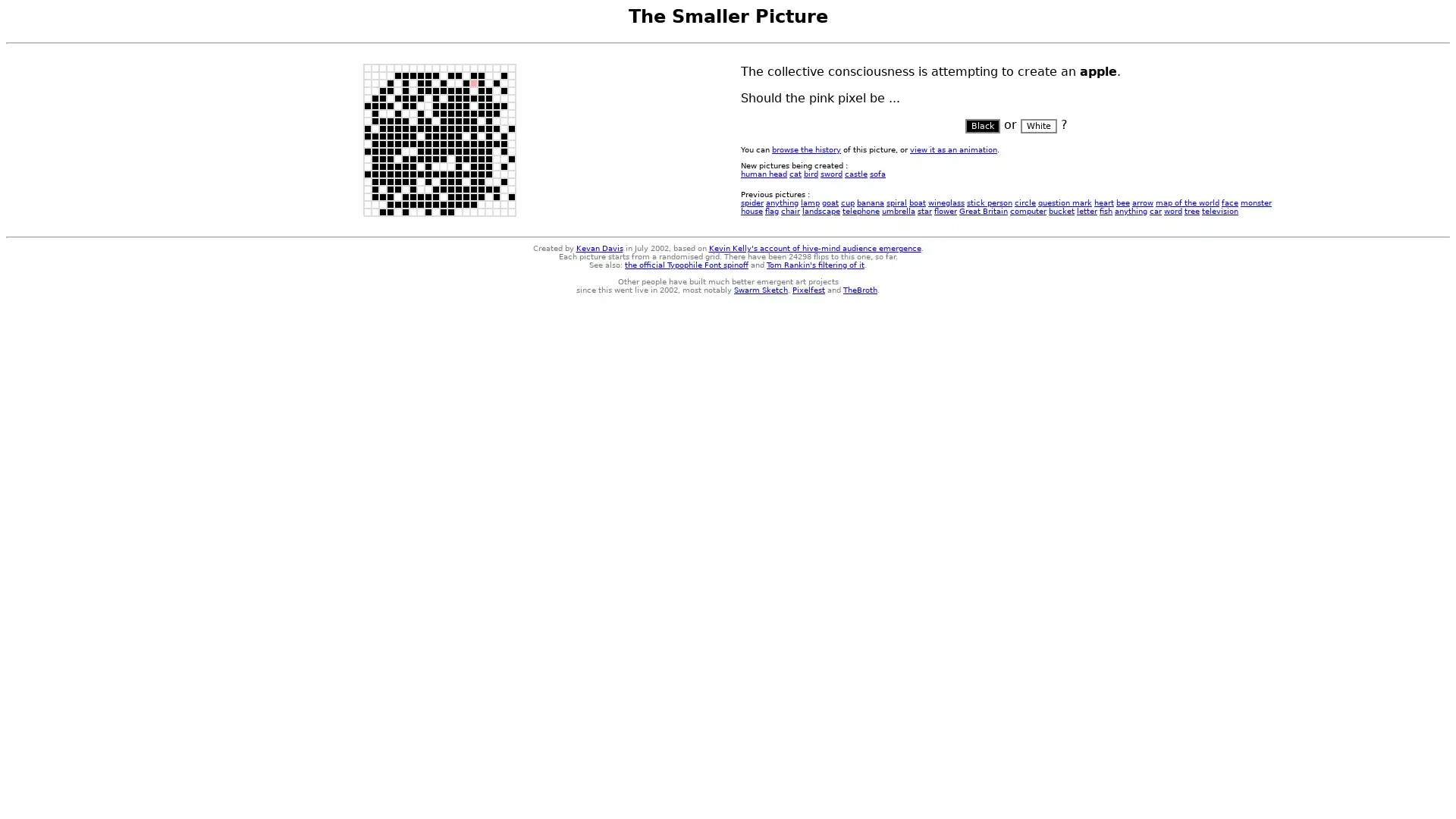  Describe the element at coordinates (1037, 125) in the screenshot. I see `White` at that location.